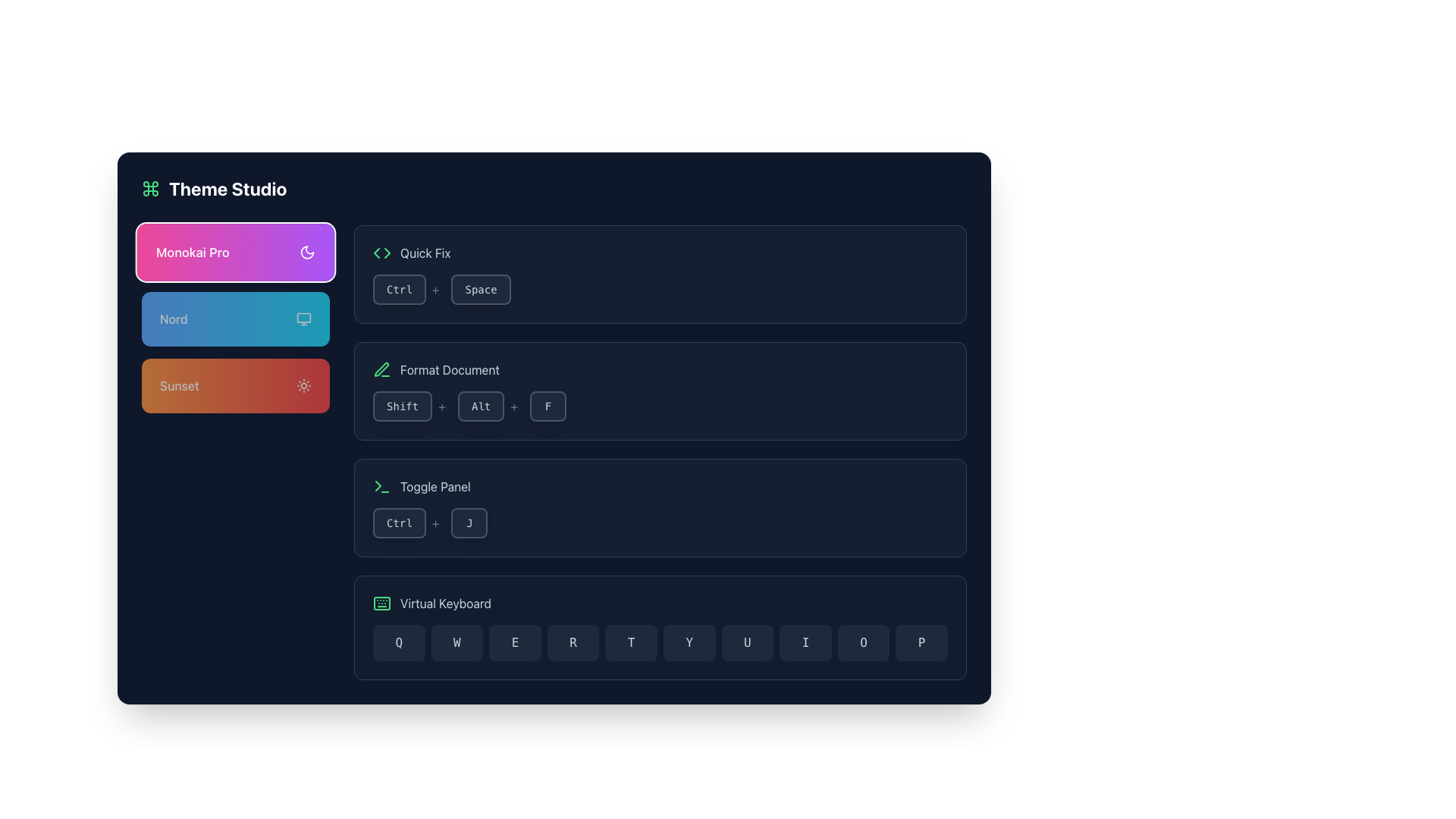  Describe the element at coordinates (382, 486) in the screenshot. I see `the terminal-related icon located to the left of the 'Toggle Panel' text` at that location.